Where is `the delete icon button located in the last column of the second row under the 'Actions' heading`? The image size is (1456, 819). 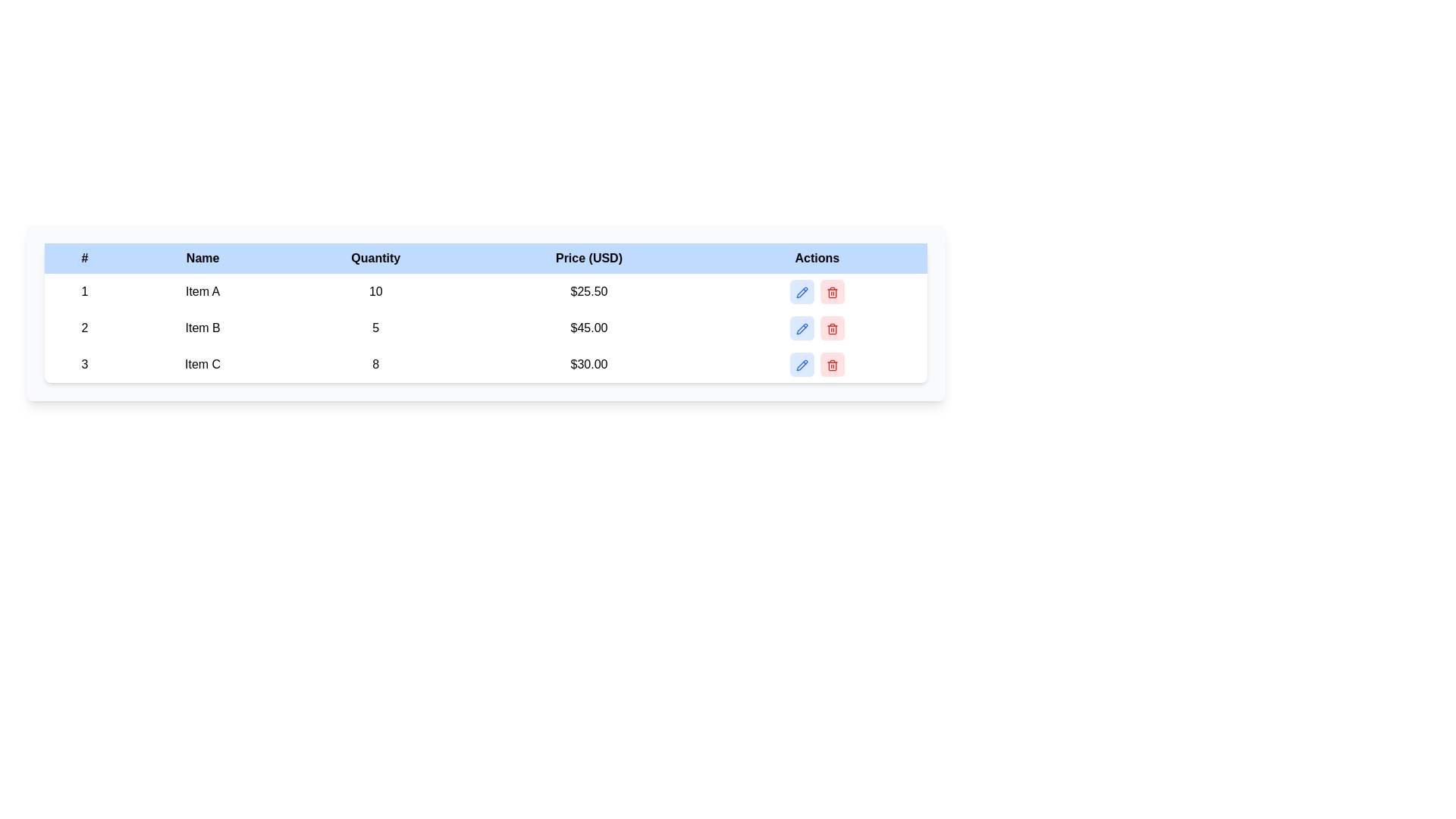 the delete icon button located in the last column of the second row under the 'Actions' heading is located at coordinates (831, 328).